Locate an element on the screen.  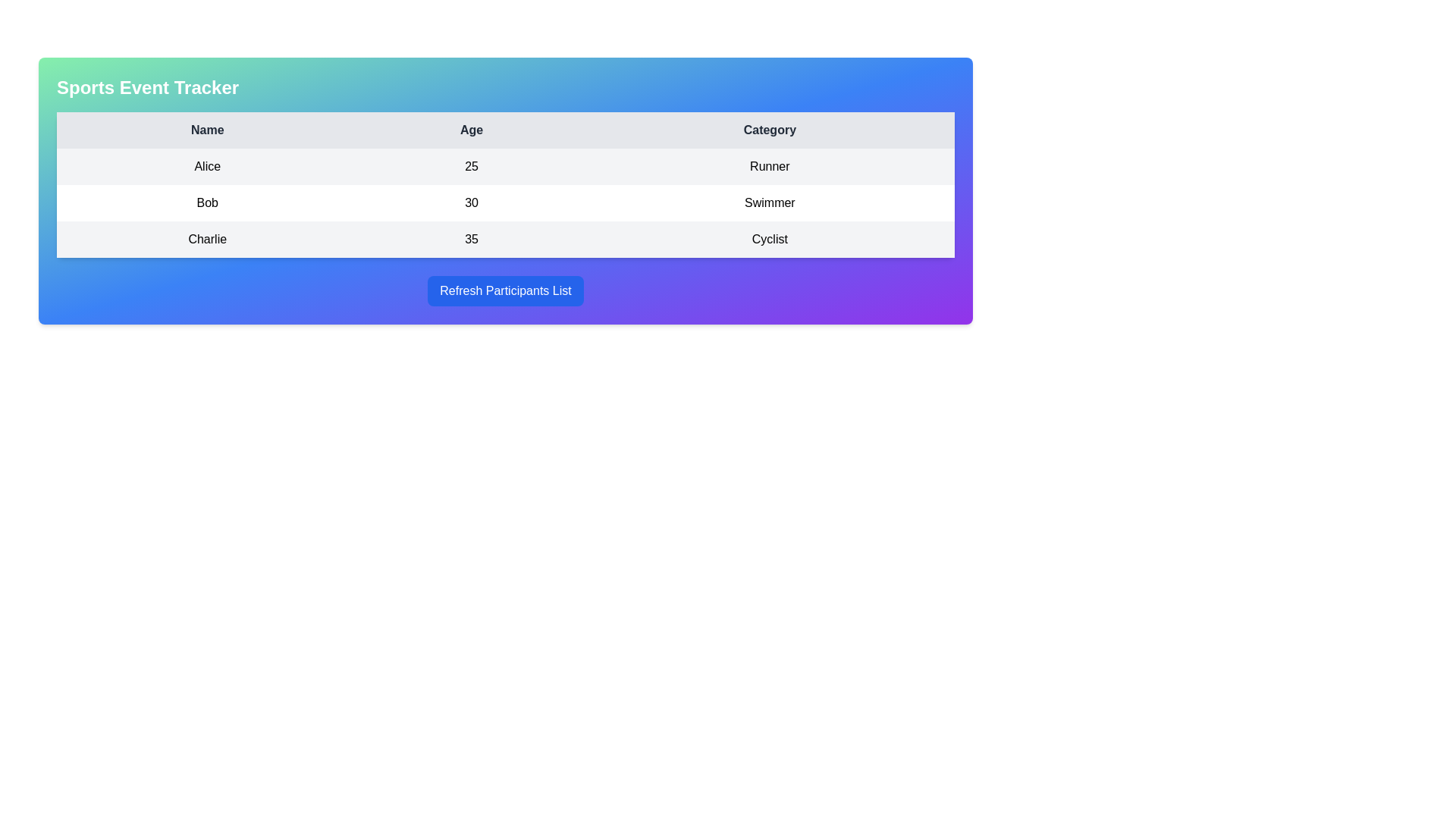
the Text element that represents a participant's name in the first column of the third row of the table, which is left-aligned and adjacent to '35' and 'Cyclist' is located at coordinates (206, 239).